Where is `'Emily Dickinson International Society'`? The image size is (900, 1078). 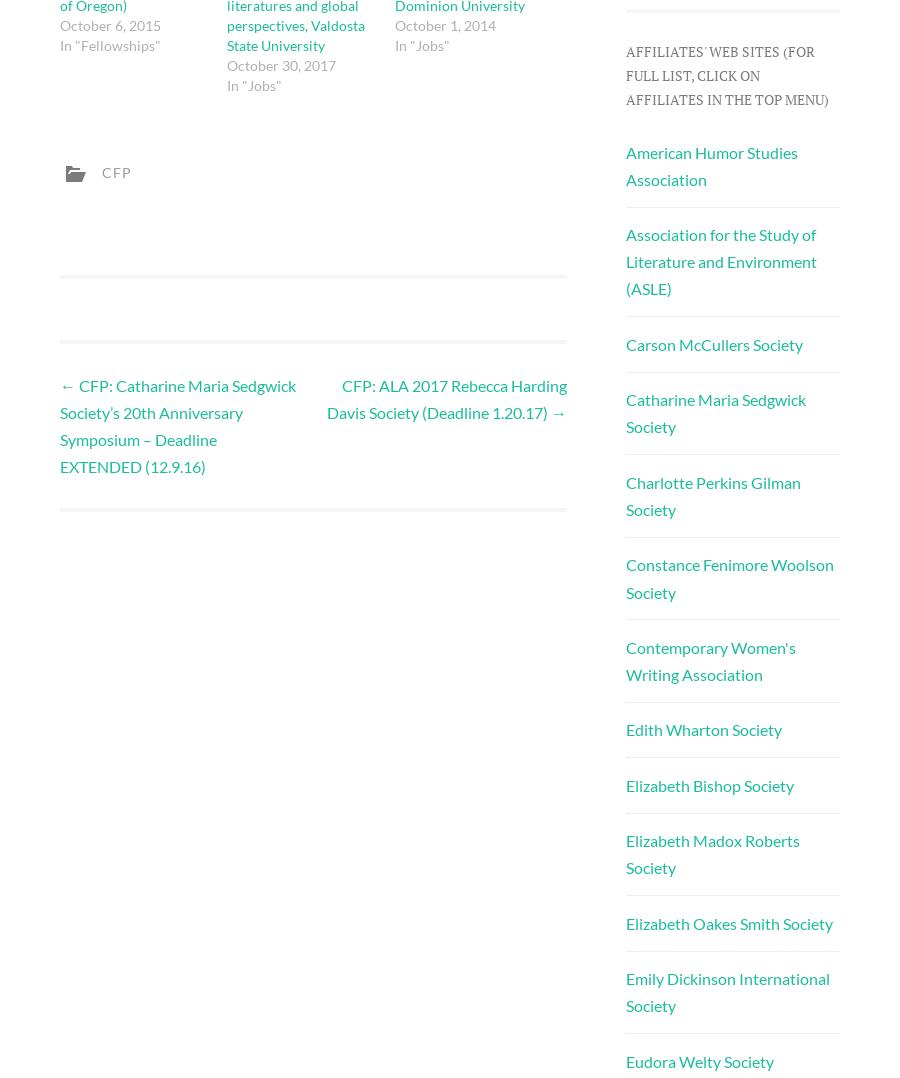
'Emily Dickinson International Society' is located at coordinates (624, 991).